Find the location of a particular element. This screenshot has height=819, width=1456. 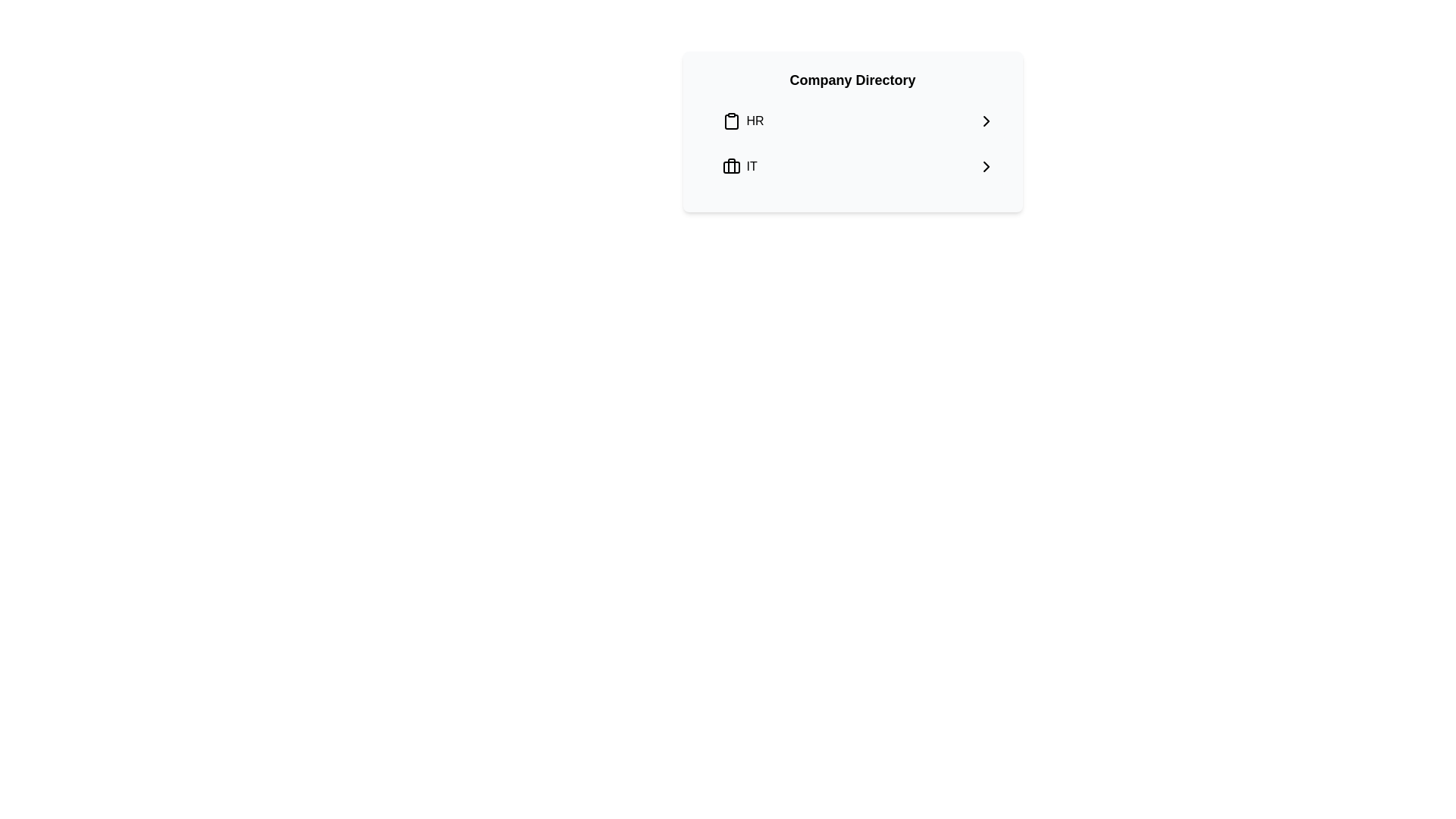

the 'HR' navigation item, the first item is located at coordinates (858, 120).